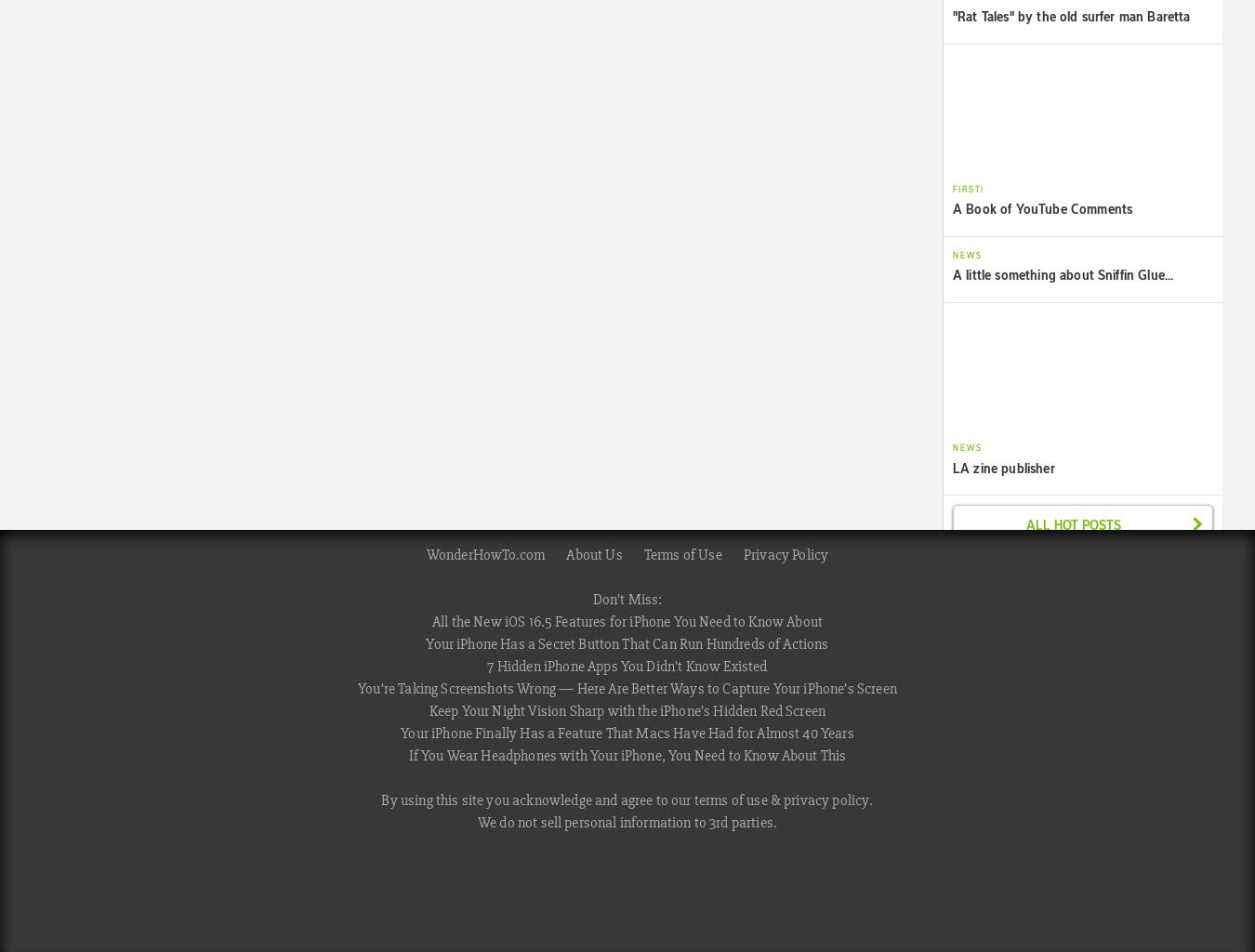  Describe the element at coordinates (592, 599) in the screenshot. I see `'Don't Miss:'` at that location.